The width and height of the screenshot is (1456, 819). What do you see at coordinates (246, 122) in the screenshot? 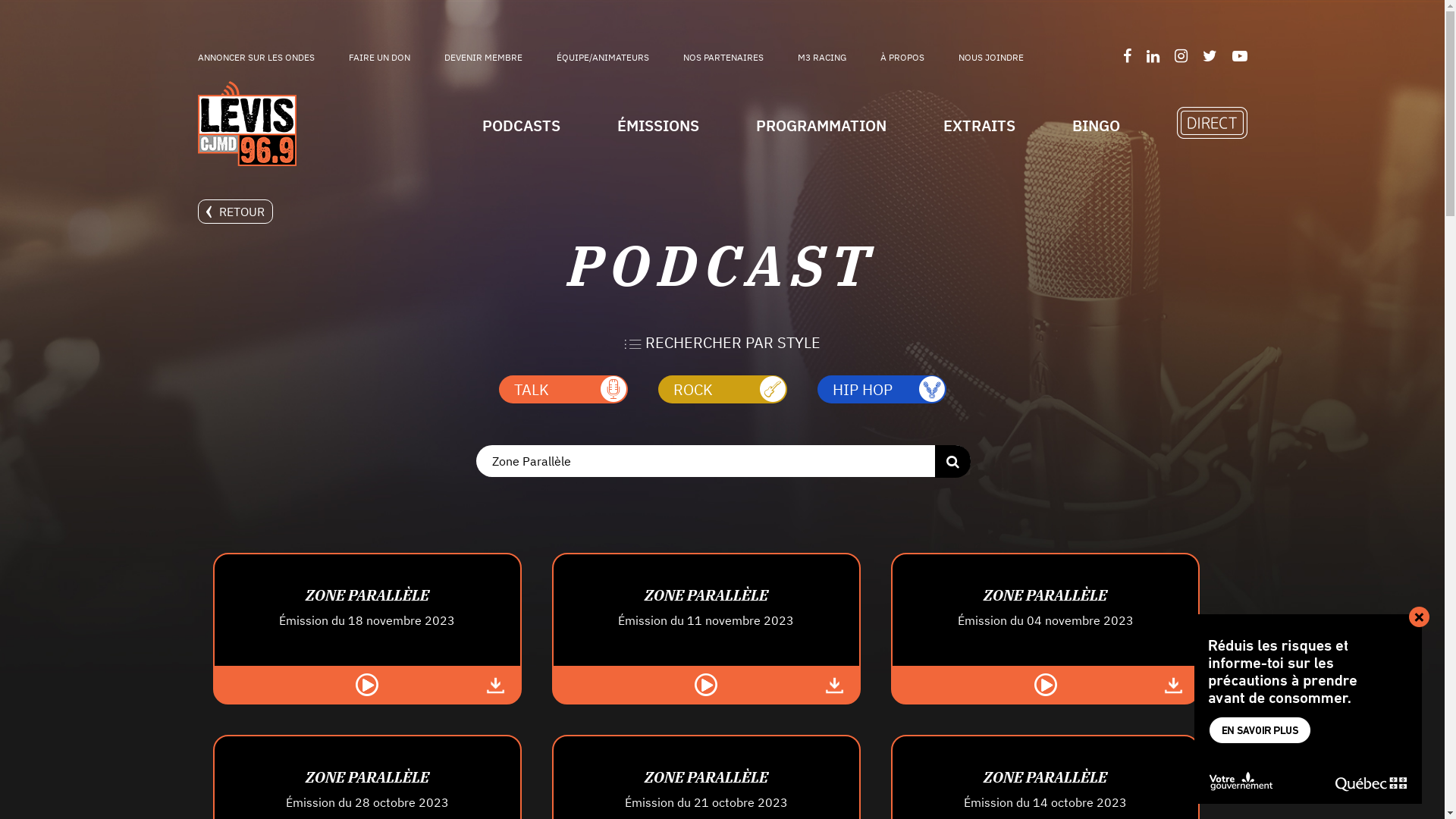
I see `'Logo 96.9FM'` at bounding box center [246, 122].